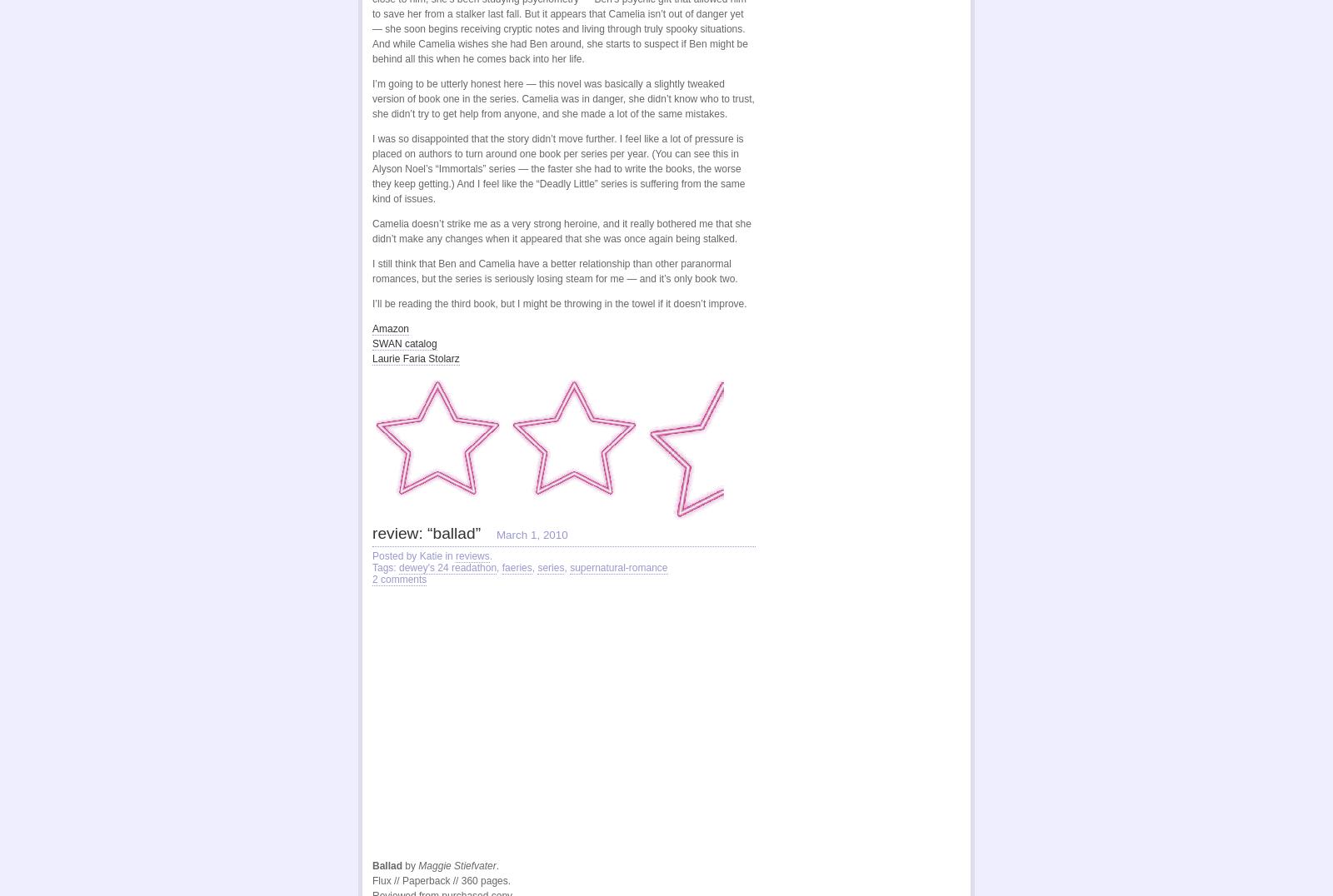  I want to click on 'I’m going to be utterly honest here — this novel was basically a slightly tweaked version of book one in the series. Camelia was in danger, she didn’t know who to trust, she didn’t try to get help from anyone, and she made a lot of the same mistakes.', so click(563, 97).